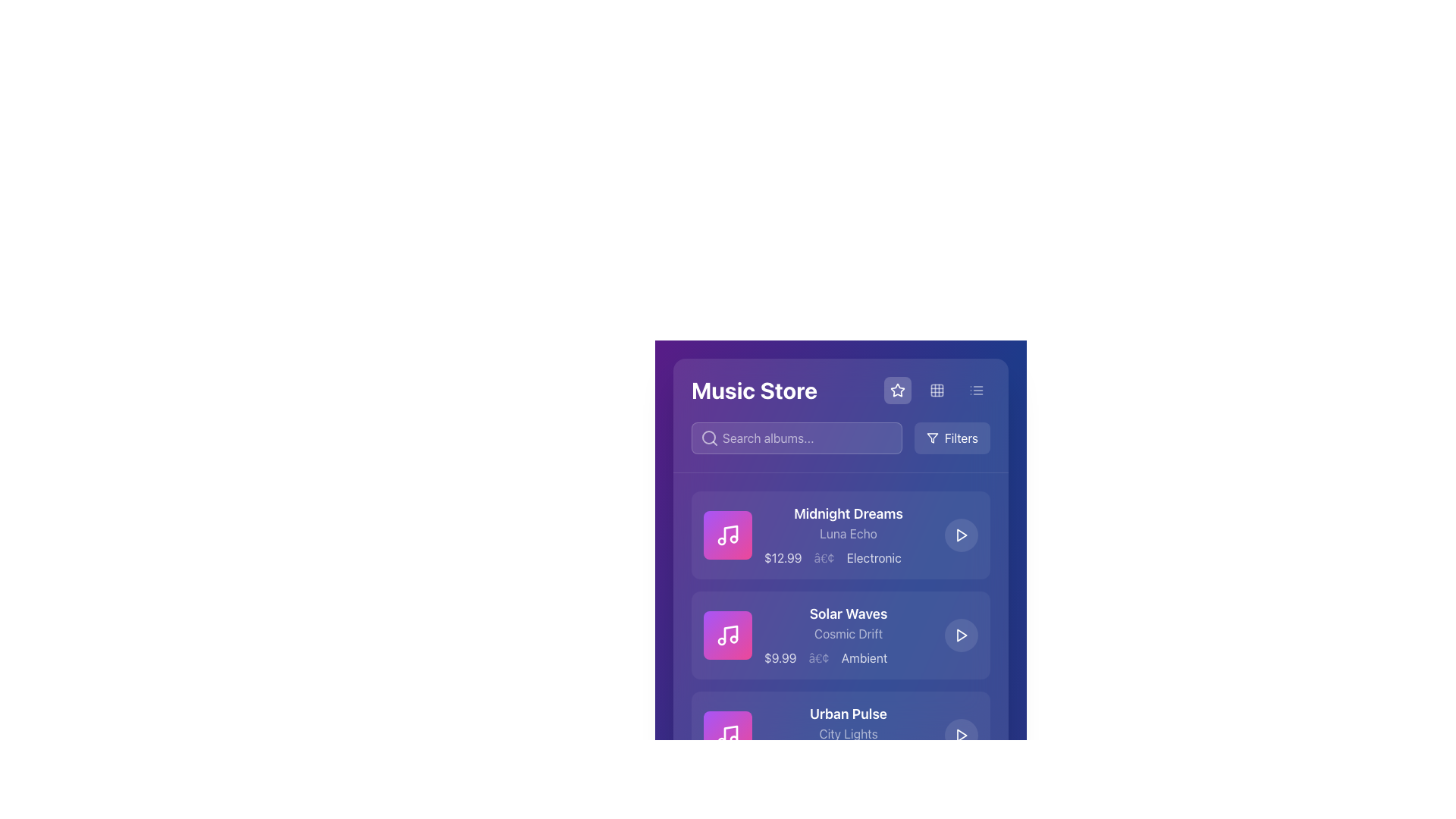 The image size is (1456, 819). Describe the element at coordinates (847, 714) in the screenshot. I see `the 'Urban Pulse' text label, which is styled in bold, large white font on a blue background` at that location.